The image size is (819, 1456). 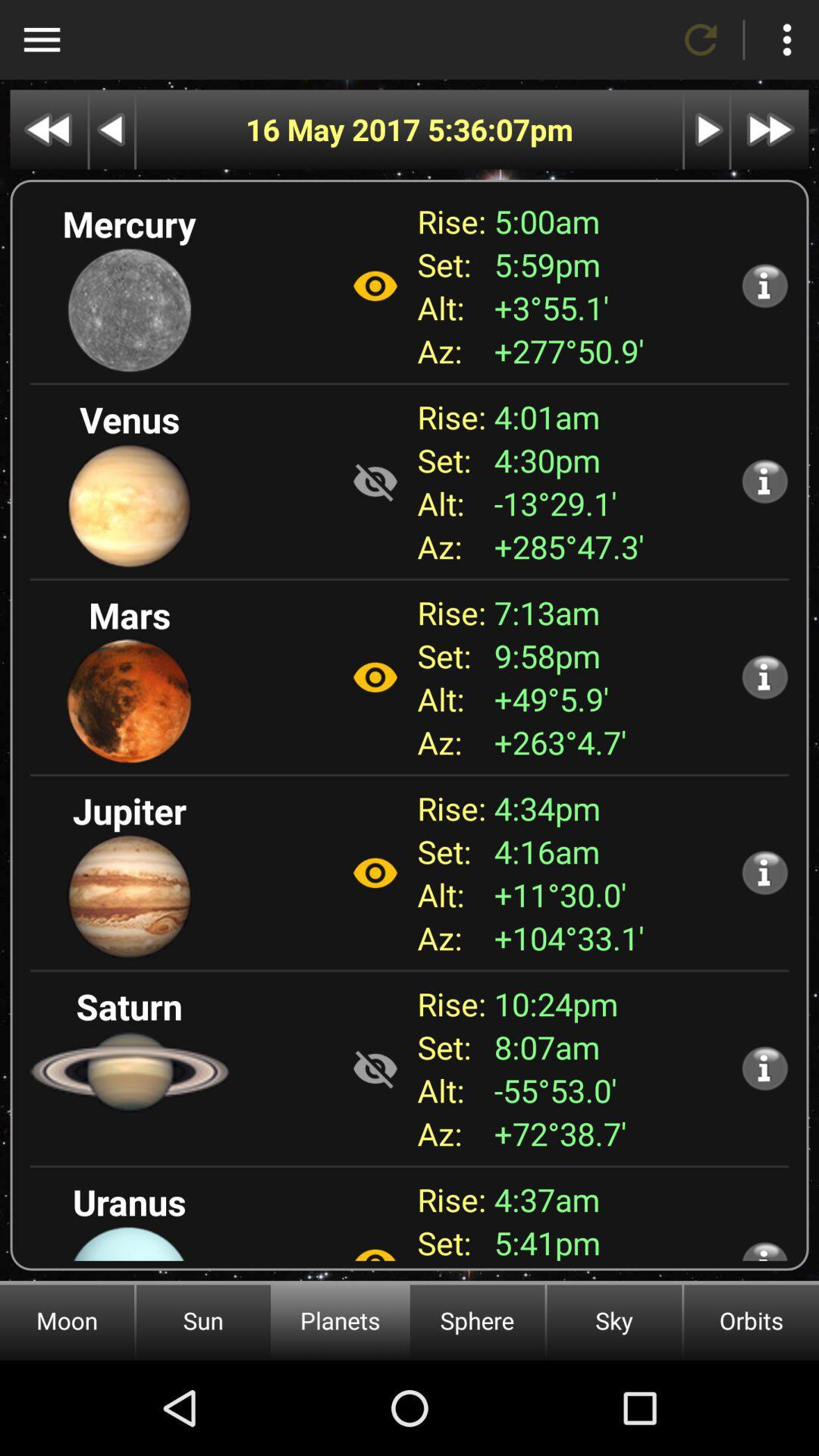 I want to click on more information, so click(x=764, y=285).